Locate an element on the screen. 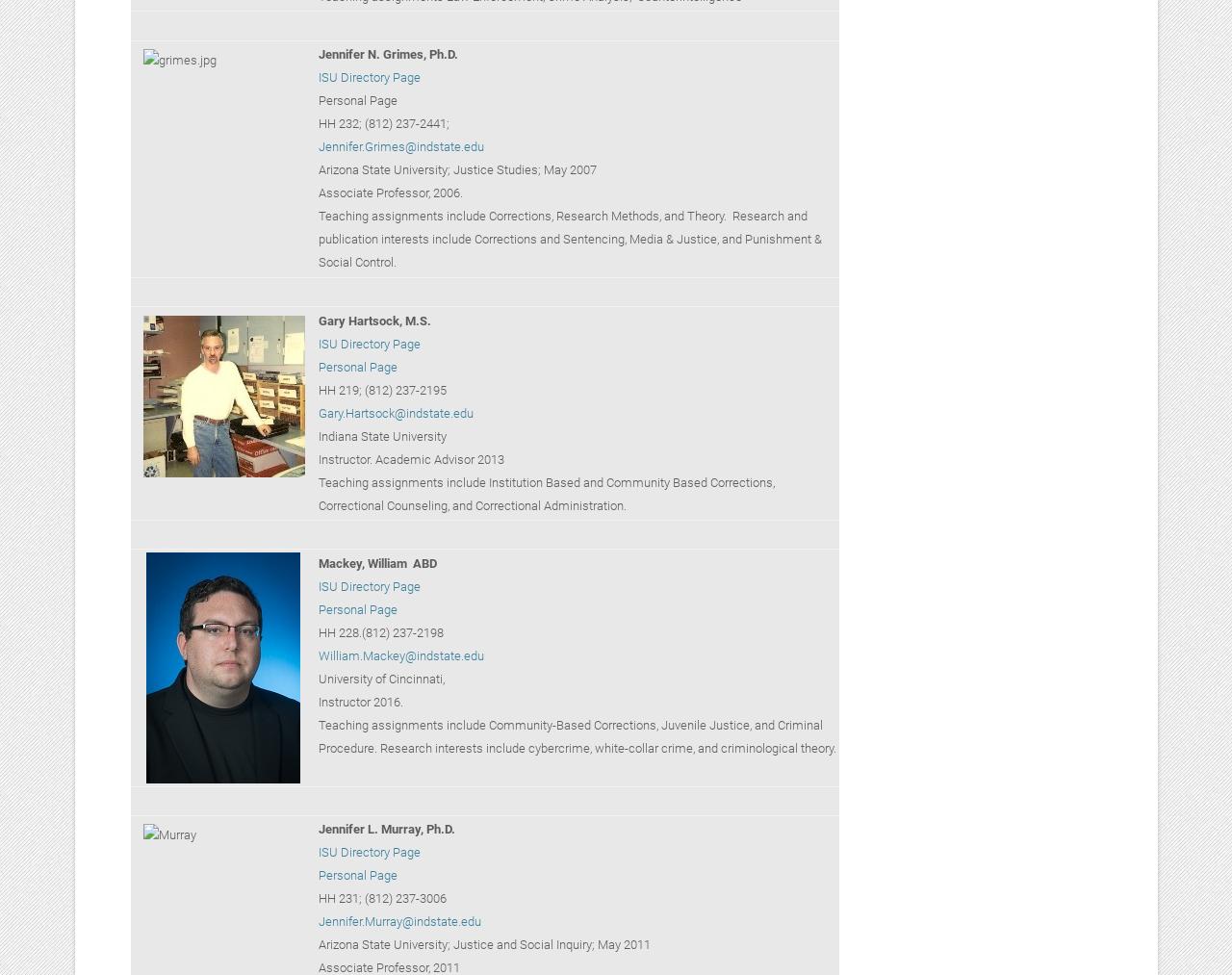 This screenshot has width=1232, height=975. 'HH 231; (812) 237-3006' is located at coordinates (381, 898).